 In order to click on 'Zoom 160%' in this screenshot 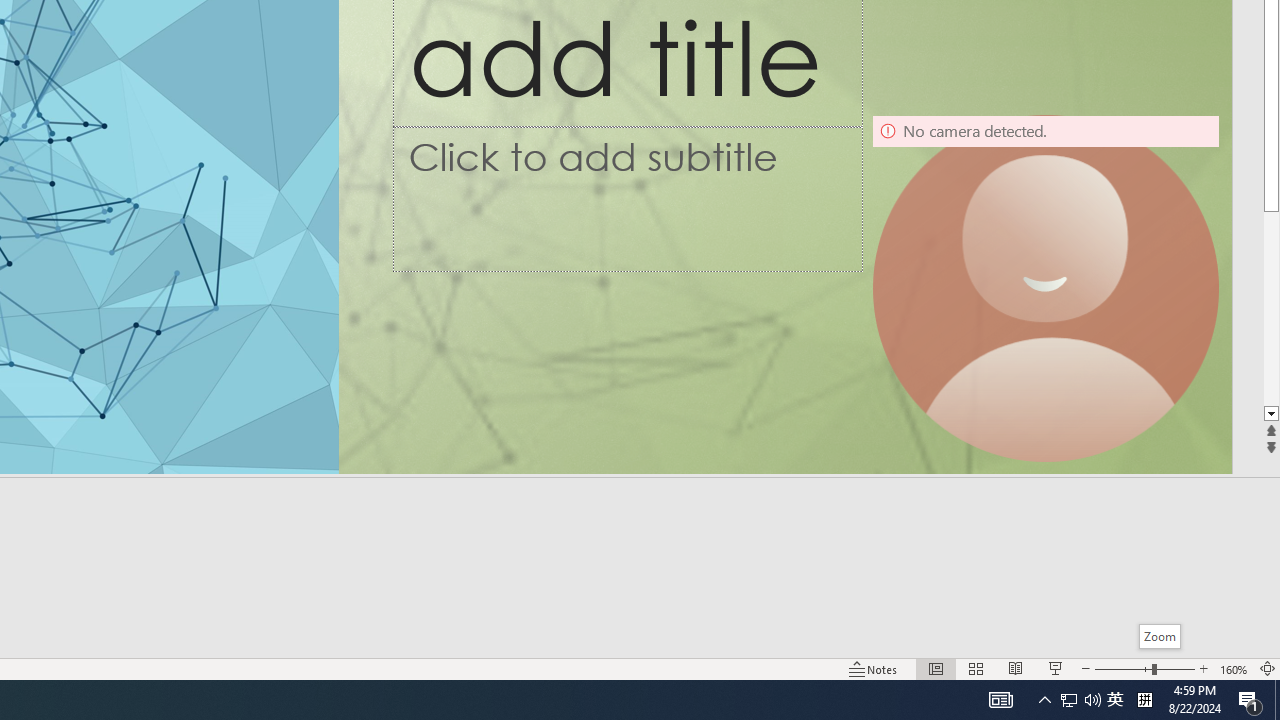, I will do `click(1233, 669)`.